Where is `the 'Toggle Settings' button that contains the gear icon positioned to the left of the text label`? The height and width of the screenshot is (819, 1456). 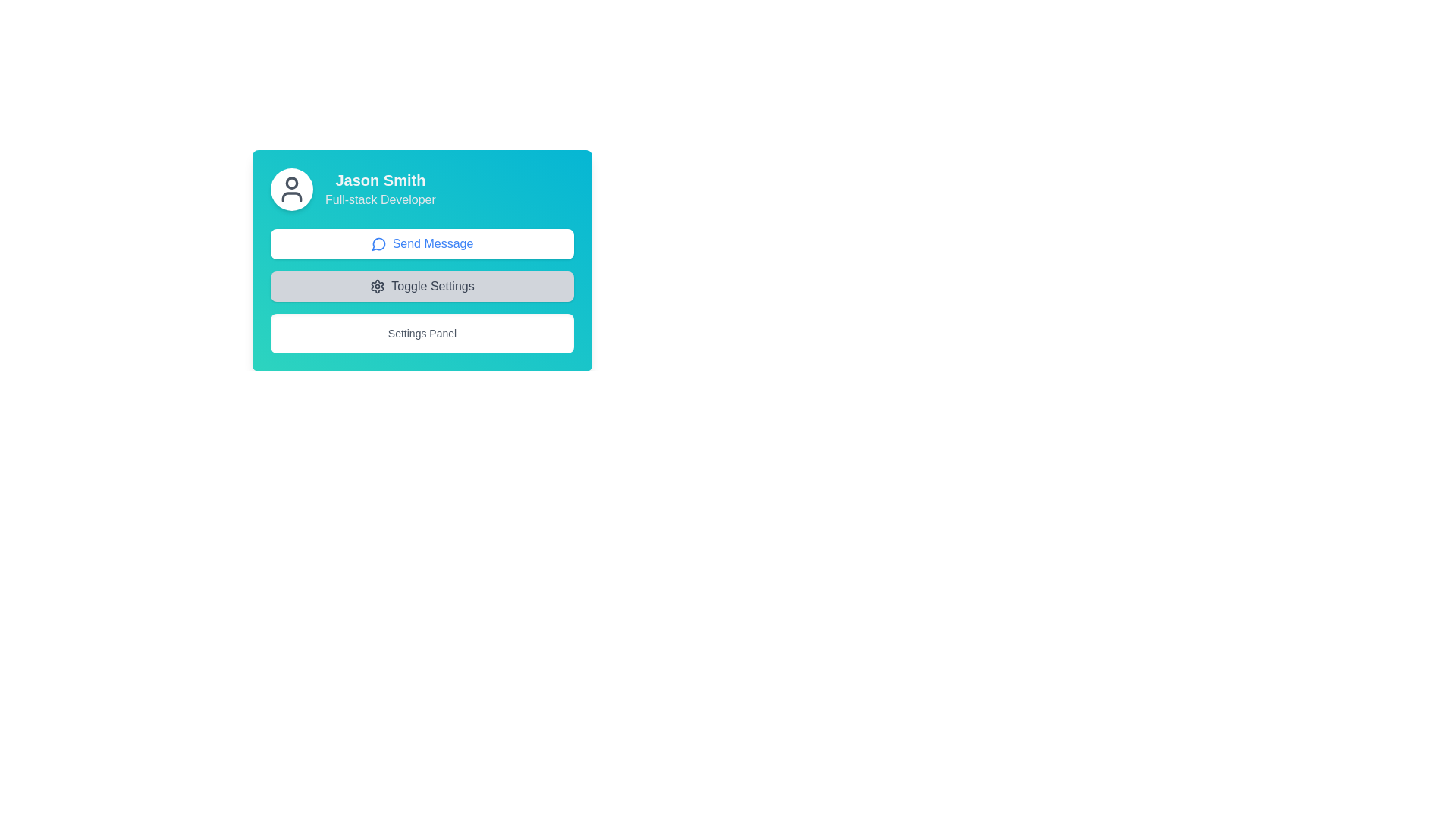 the 'Toggle Settings' button that contains the gear icon positioned to the left of the text label is located at coordinates (378, 287).